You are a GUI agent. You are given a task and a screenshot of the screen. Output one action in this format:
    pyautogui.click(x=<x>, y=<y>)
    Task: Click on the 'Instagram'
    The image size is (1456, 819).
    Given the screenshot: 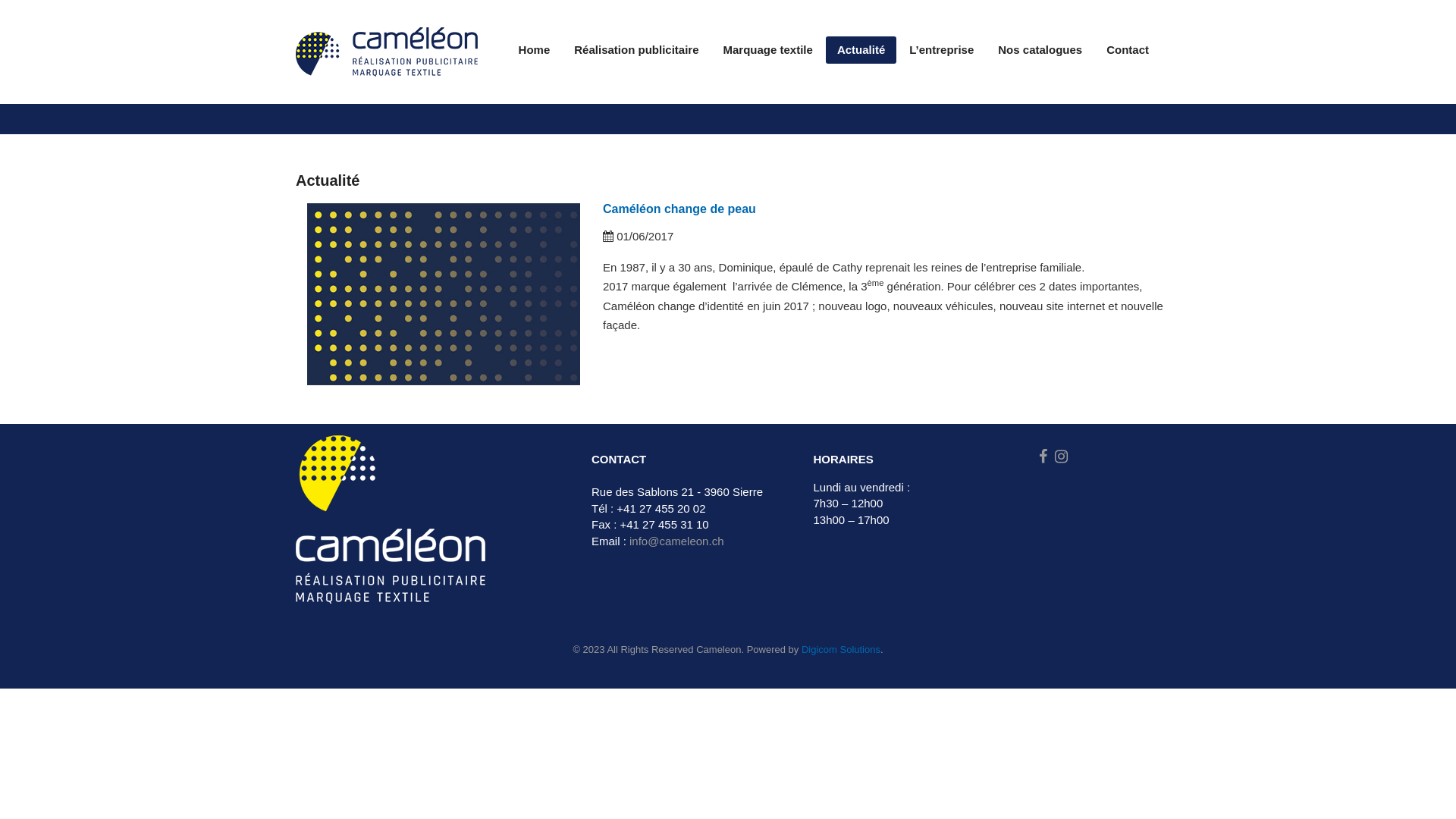 What is the action you would take?
    pyautogui.click(x=1060, y=456)
    